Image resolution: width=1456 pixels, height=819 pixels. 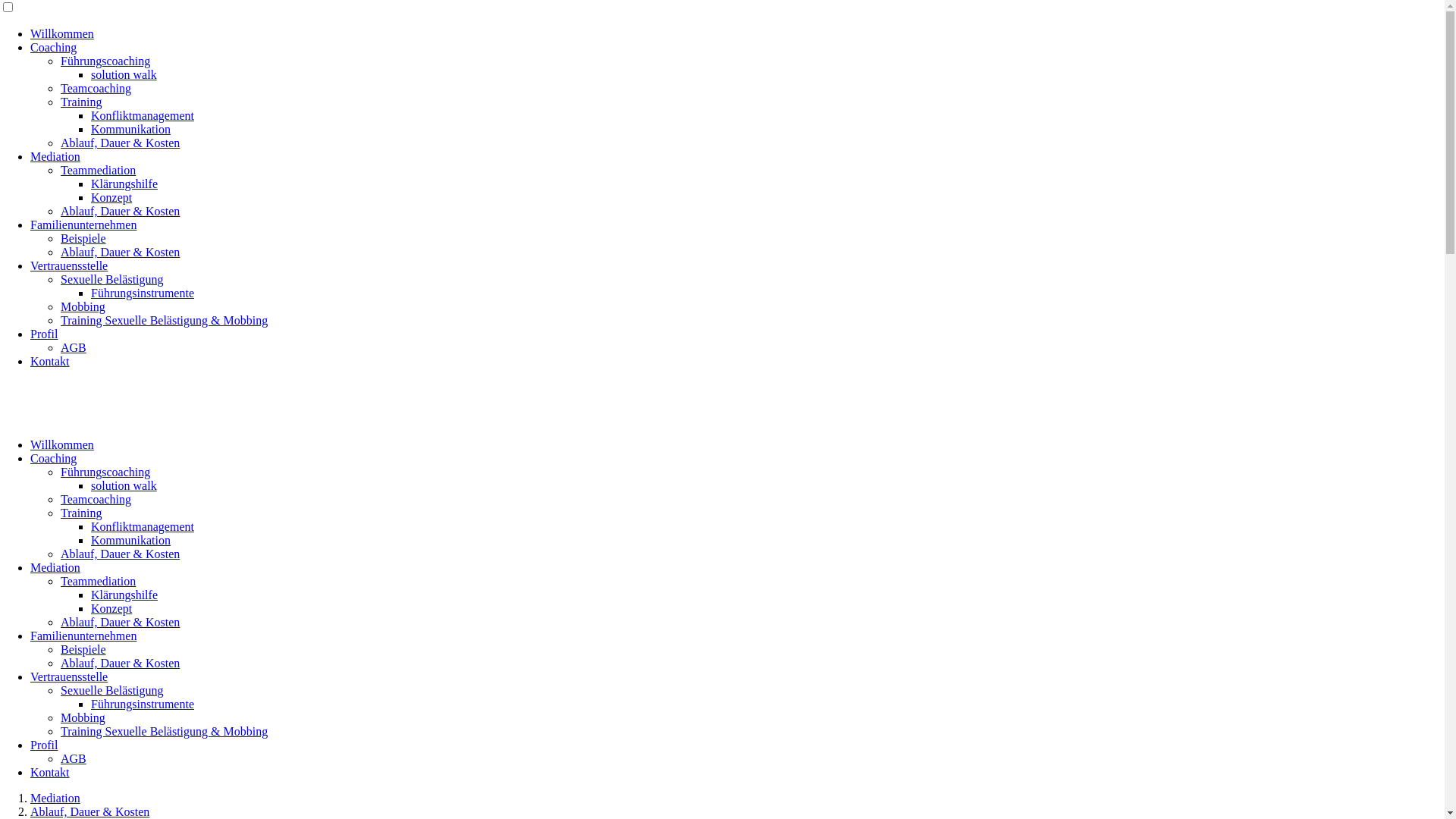 What do you see at coordinates (142, 526) in the screenshot?
I see `'Konfliktmanagement'` at bounding box center [142, 526].